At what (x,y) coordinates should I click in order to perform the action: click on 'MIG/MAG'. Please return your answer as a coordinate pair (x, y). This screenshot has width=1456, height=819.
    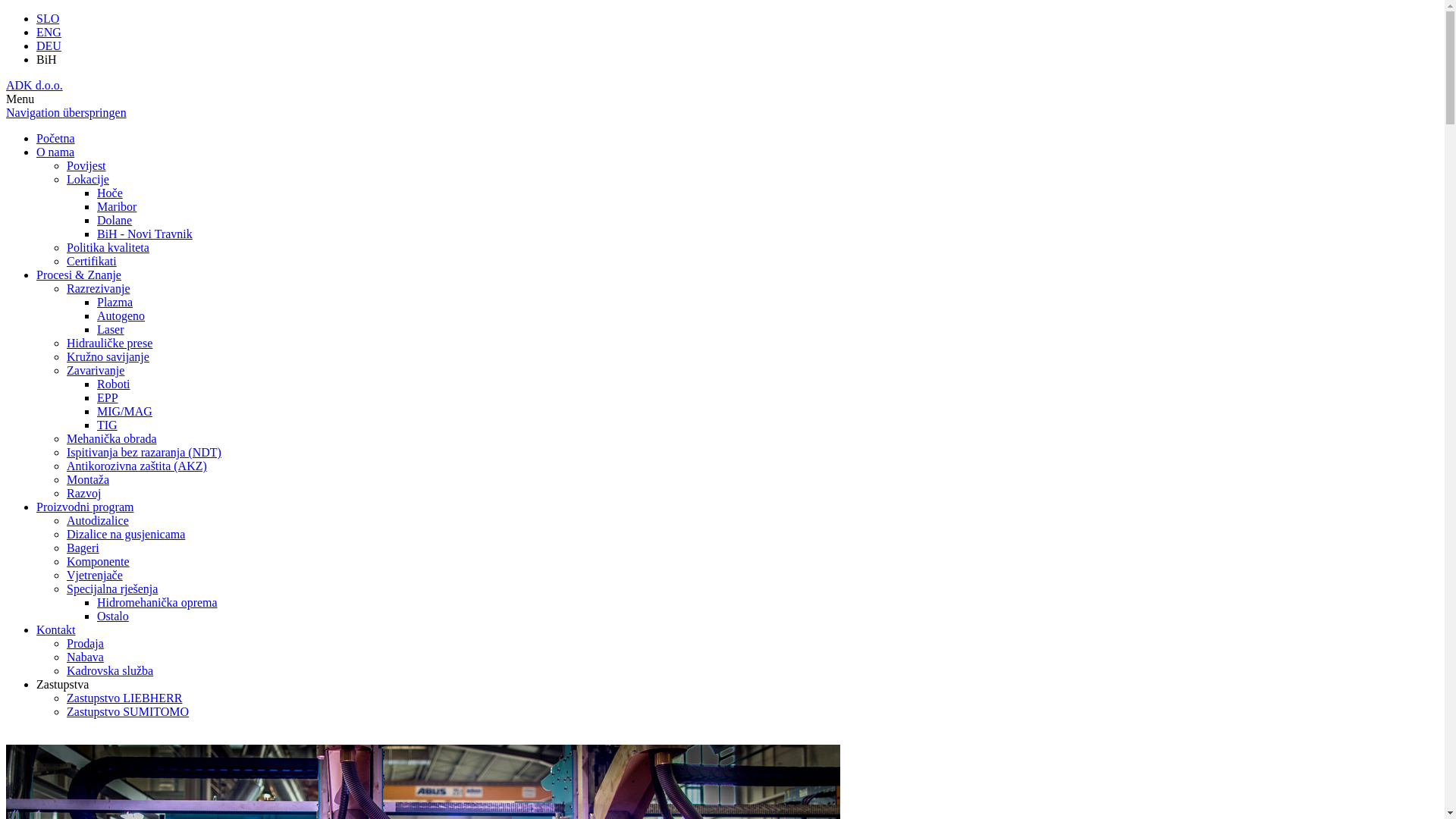
    Looking at the image, I should click on (124, 411).